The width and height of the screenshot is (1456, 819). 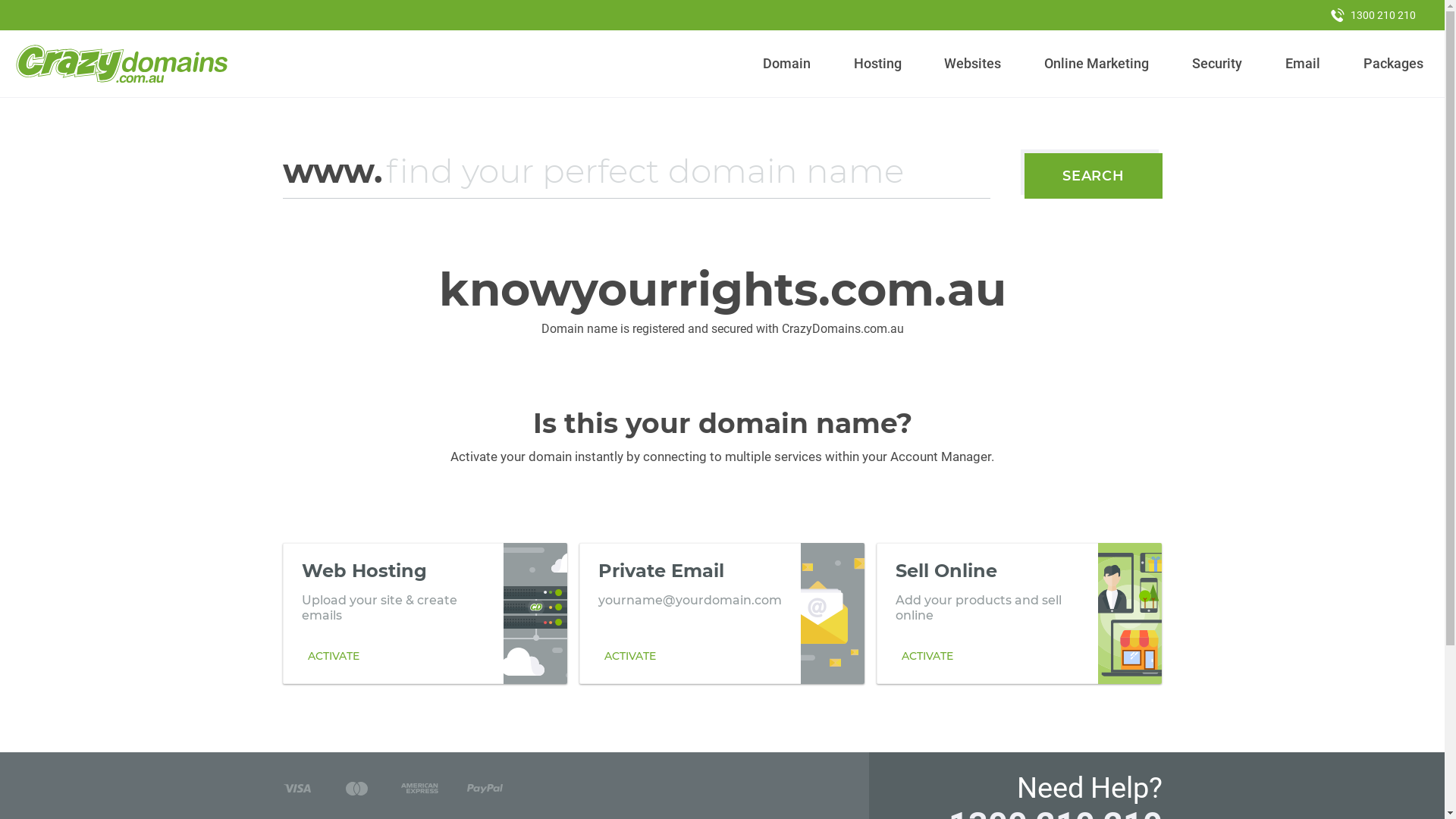 I want to click on 'Web Hosting, so click(x=425, y=613).